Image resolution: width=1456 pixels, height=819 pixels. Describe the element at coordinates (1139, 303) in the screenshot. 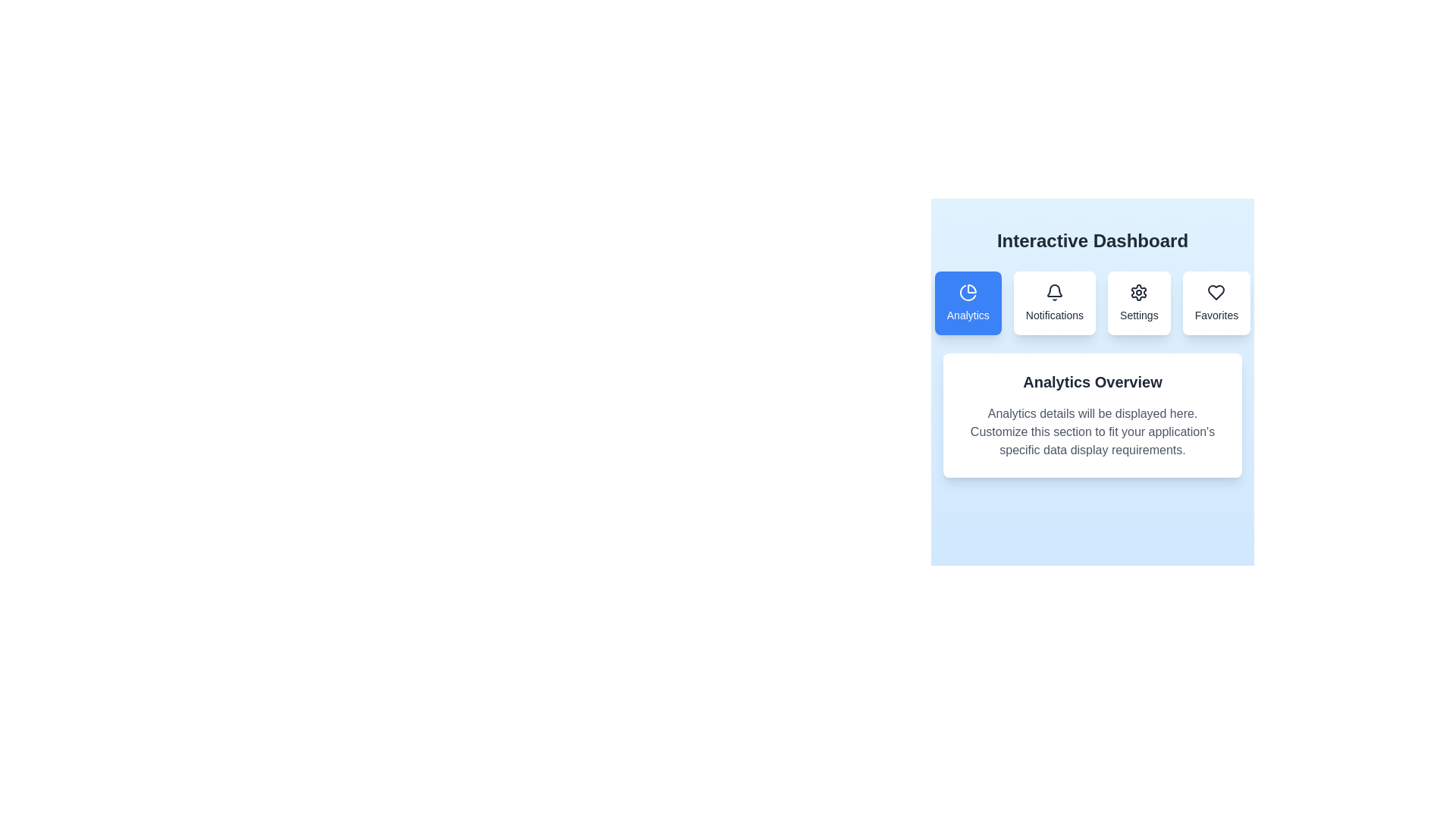

I see `the 'Settings' button, which features a gear icon and a text label, to change its style` at that location.